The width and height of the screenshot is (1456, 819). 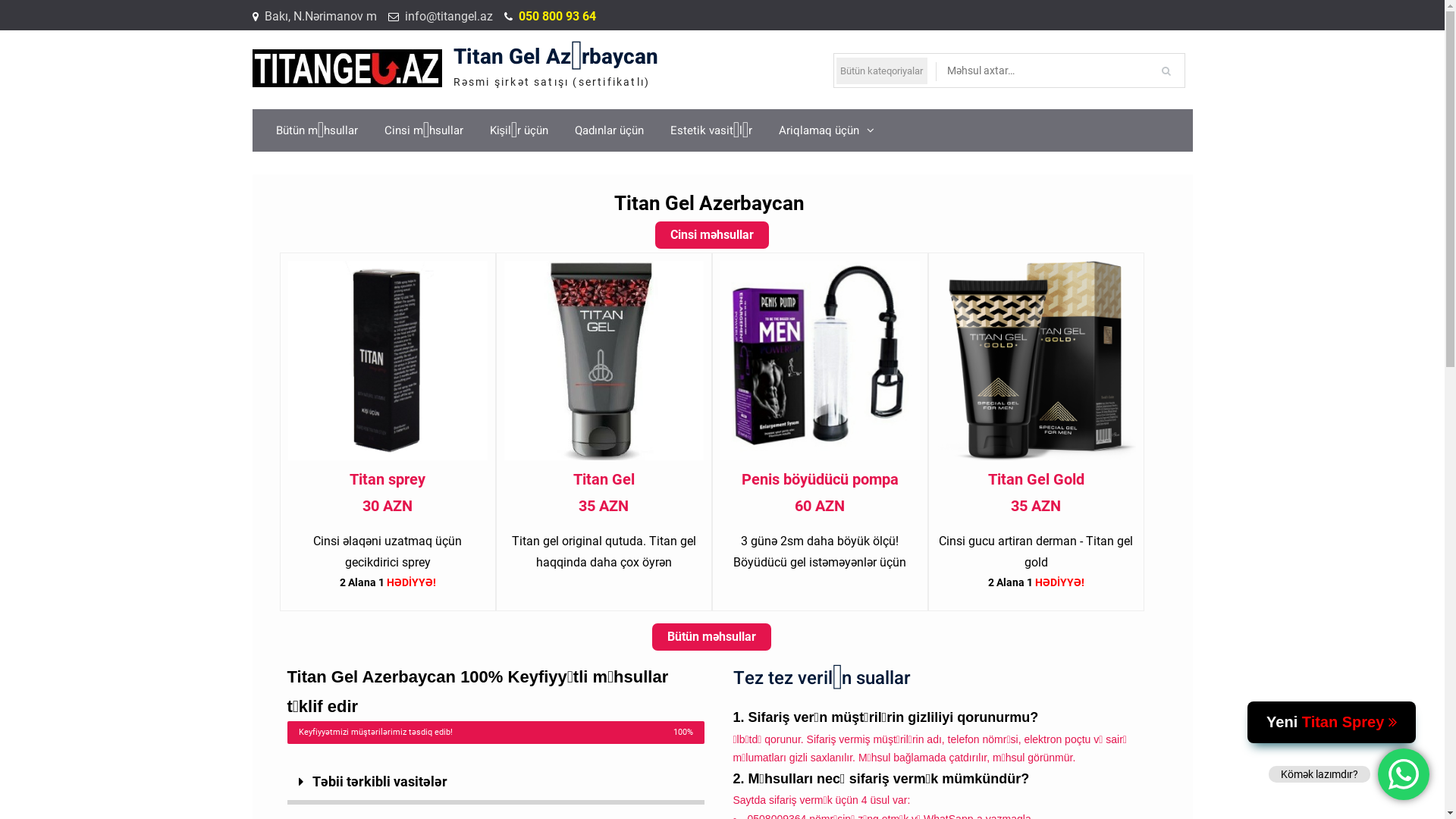 What do you see at coordinates (447, 17) in the screenshot?
I see `'info@titangel.az'` at bounding box center [447, 17].